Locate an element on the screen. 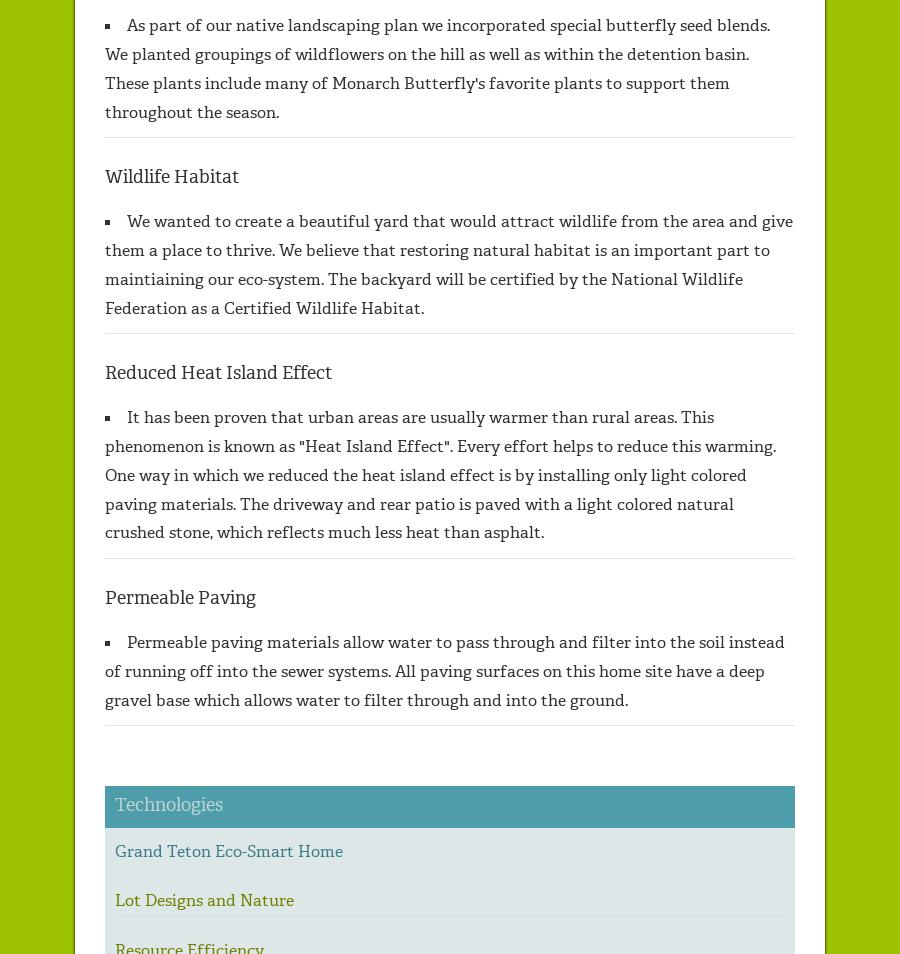 The image size is (900, 954). 'It has been proven that urban areas are usually warmer than rural areas. This phenomenon is known as "Heat Island Effect". Every effort helps to reduce this warming. One way in which we reduced the heat island effect is by installing only light colored paving materials. The driveway and rear patio is paved with a light colored natural crushed stone, which reflects much less heat than asphalt.' is located at coordinates (104, 474).